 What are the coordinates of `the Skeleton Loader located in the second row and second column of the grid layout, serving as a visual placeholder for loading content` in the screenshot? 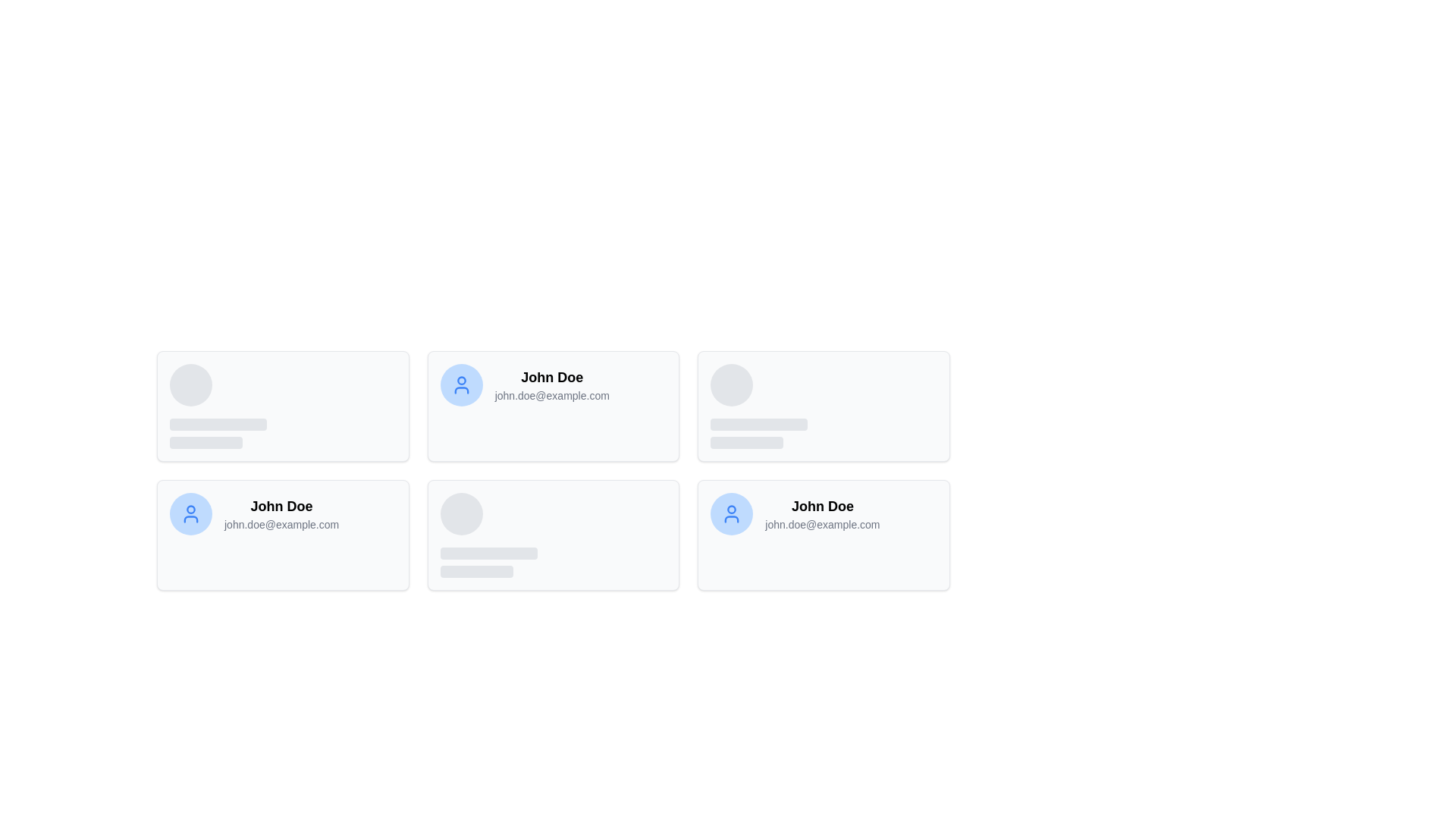 It's located at (488, 534).